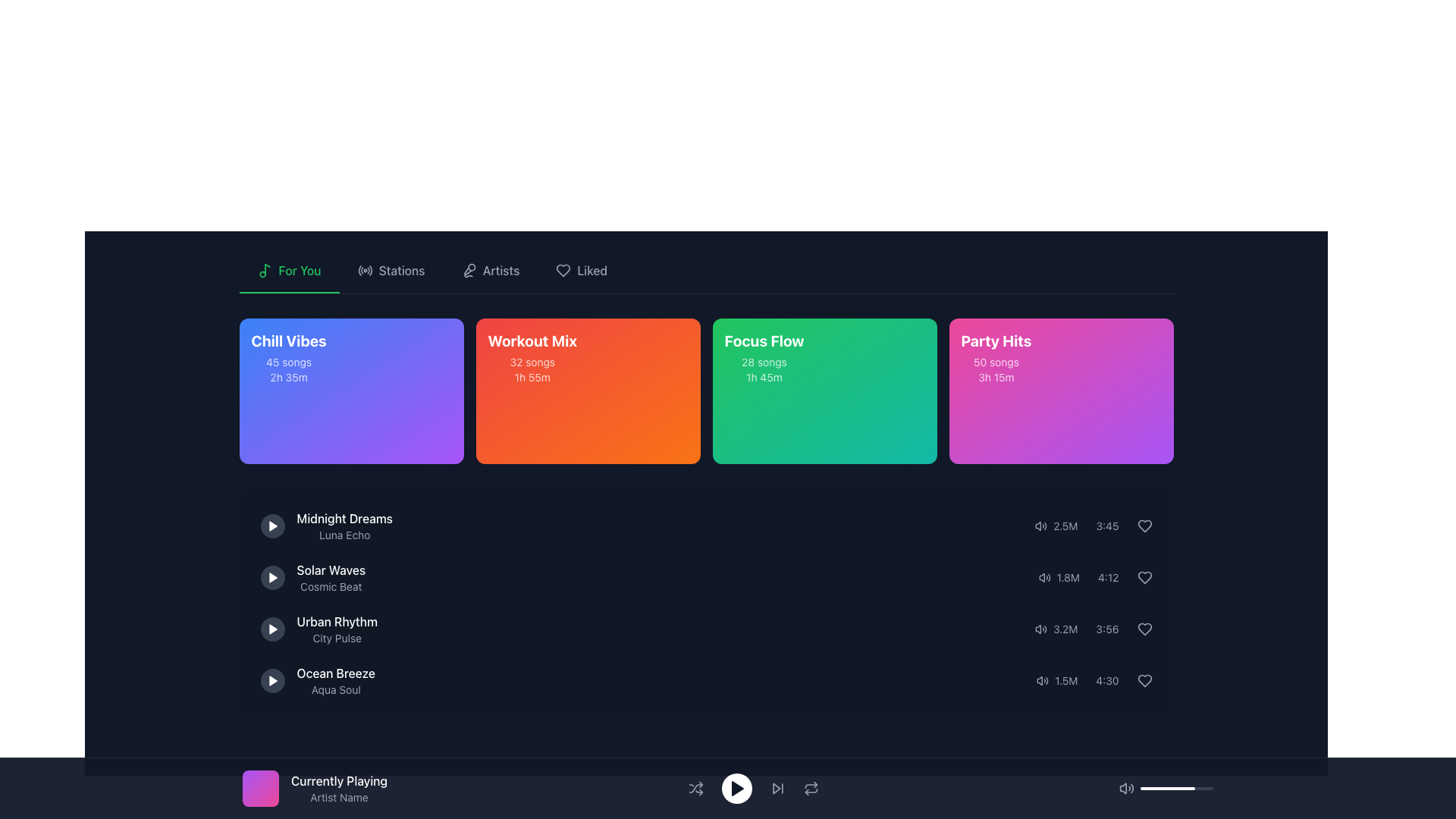 The height and width of the screenshot is (819, 1456). I want to click on the slider, so click(1147, 788).